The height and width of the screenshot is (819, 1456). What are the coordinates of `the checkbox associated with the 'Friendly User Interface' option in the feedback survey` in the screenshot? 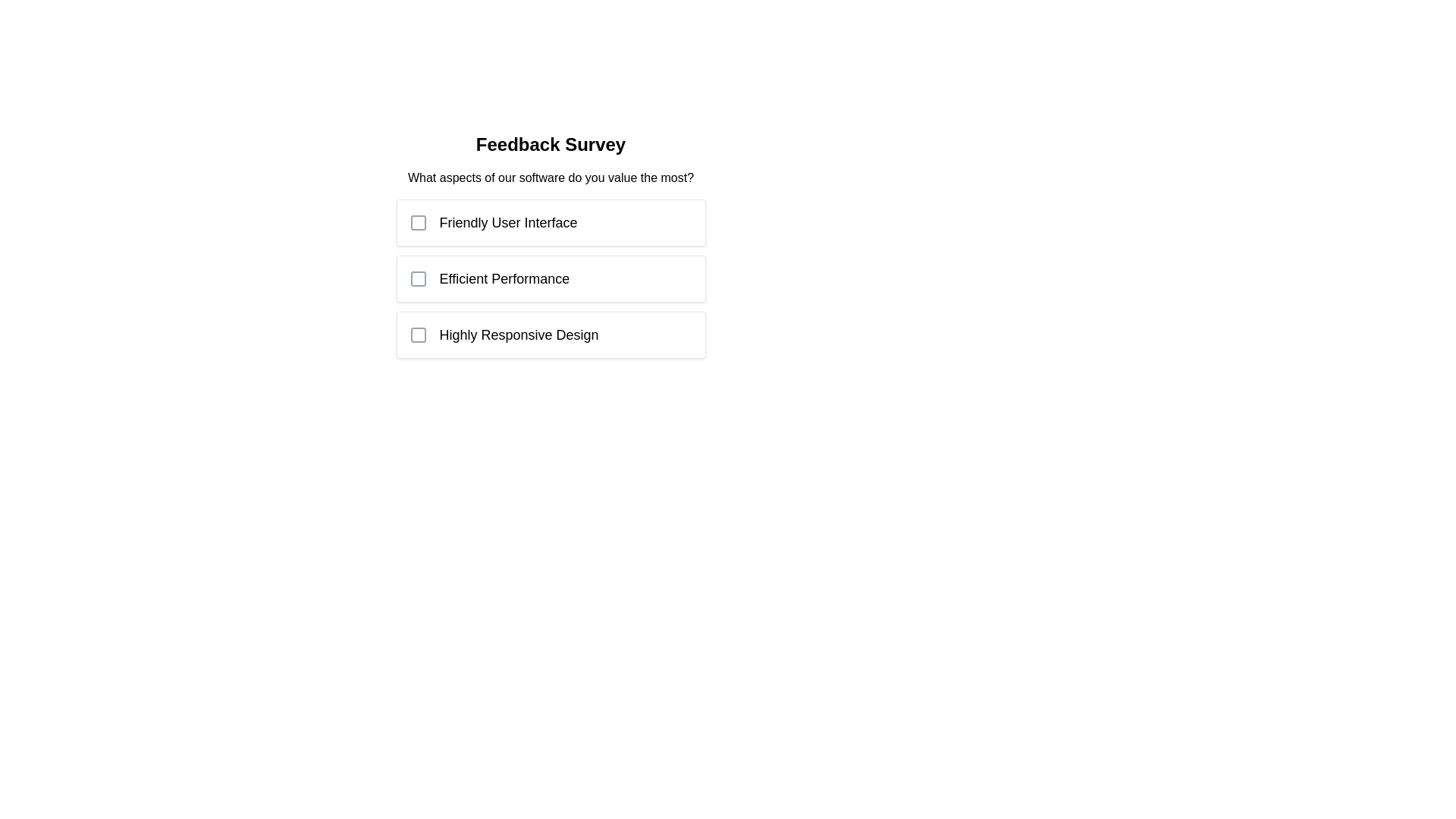 It's located at (418, 222).